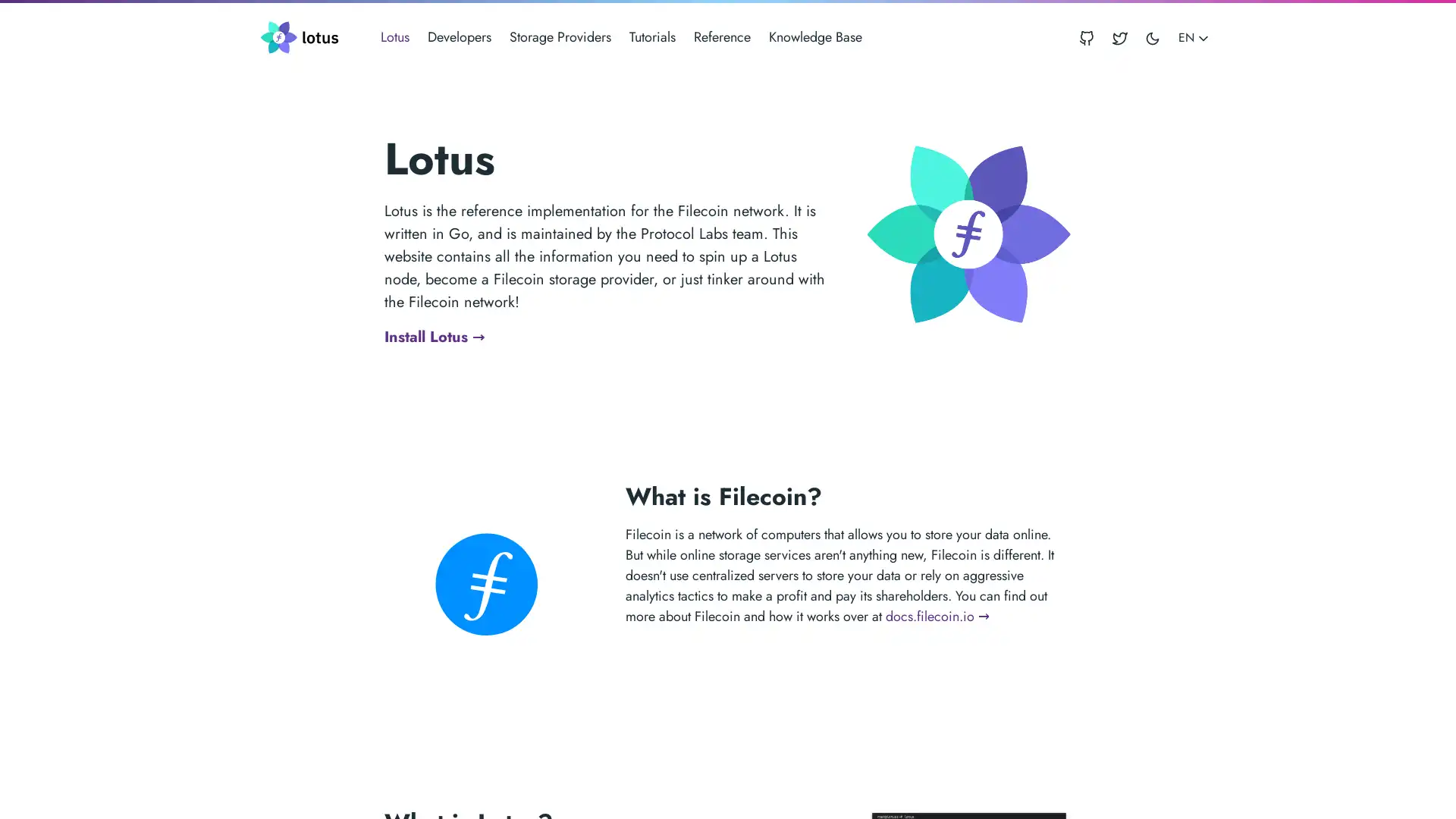  Describe the element at coordinates (1192, 36) in the screenshot. I see `EN` at that location.